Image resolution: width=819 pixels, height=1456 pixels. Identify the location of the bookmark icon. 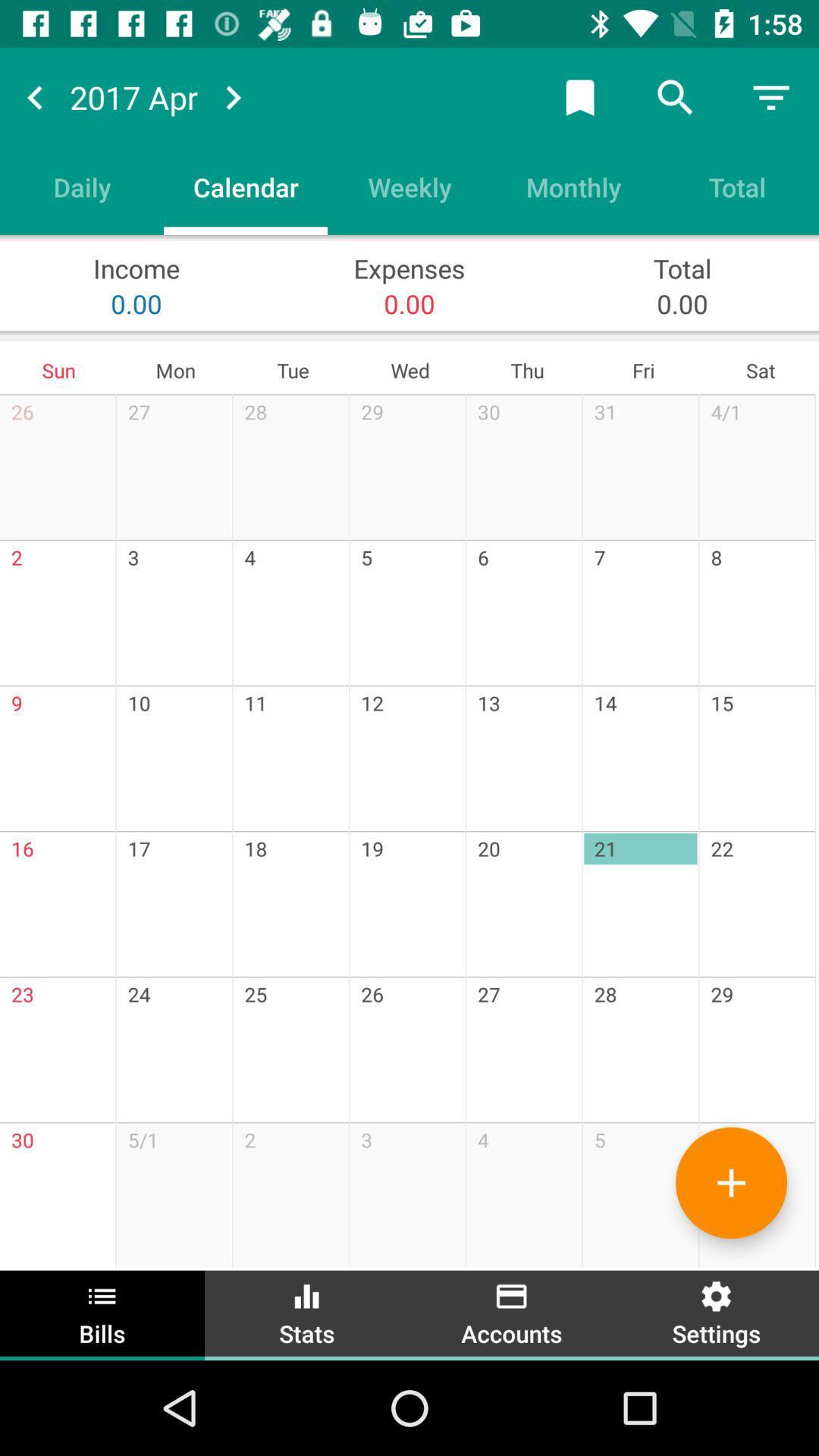
(579, 96).